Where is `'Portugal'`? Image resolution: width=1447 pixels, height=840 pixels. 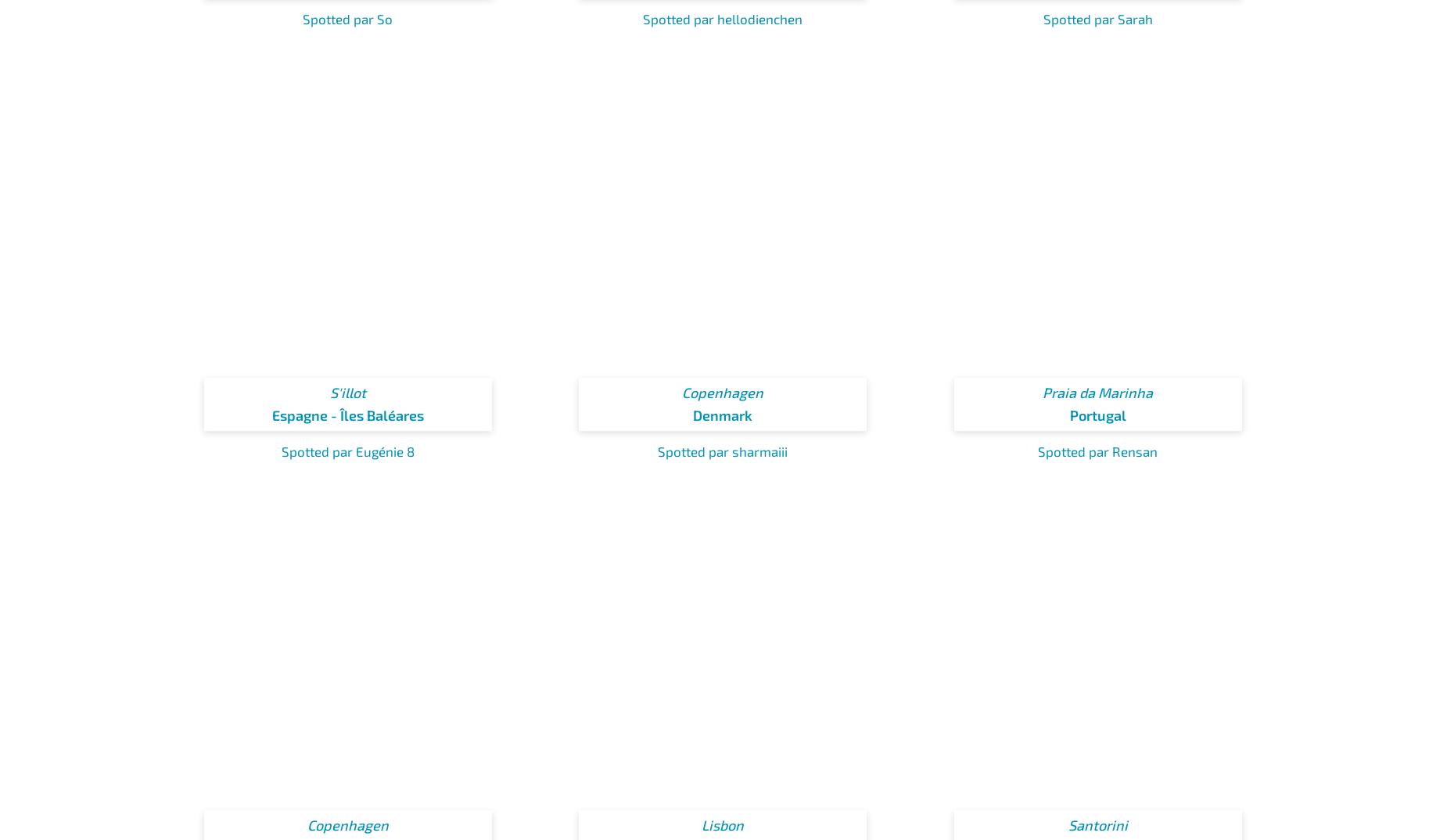
'Portugal' is located at coordinates (1097, 415).